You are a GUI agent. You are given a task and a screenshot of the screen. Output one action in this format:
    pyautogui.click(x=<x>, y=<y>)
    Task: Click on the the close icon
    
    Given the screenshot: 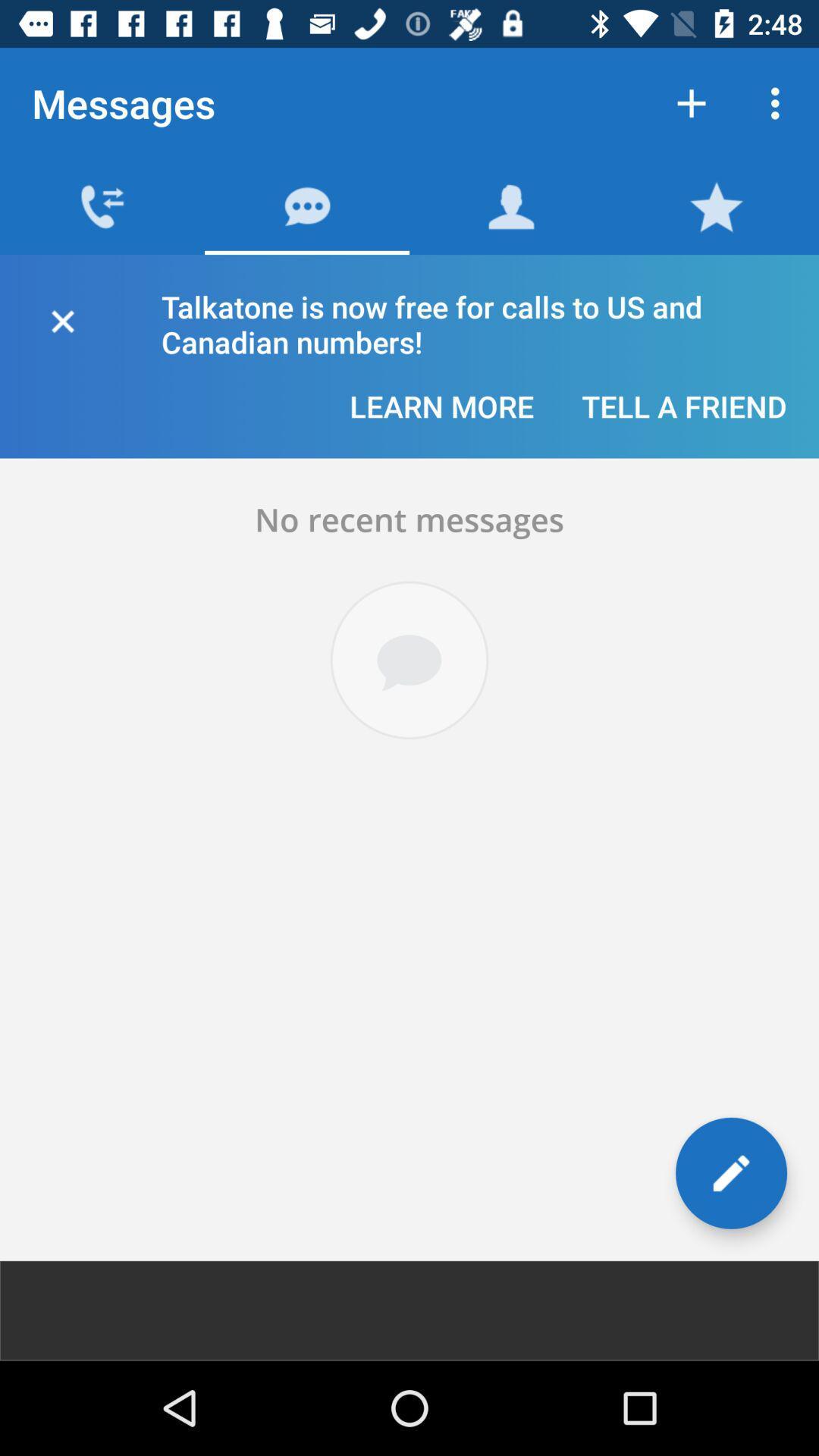 What is the action you would take?
    pyautogui.click(x=61, y=318)
    